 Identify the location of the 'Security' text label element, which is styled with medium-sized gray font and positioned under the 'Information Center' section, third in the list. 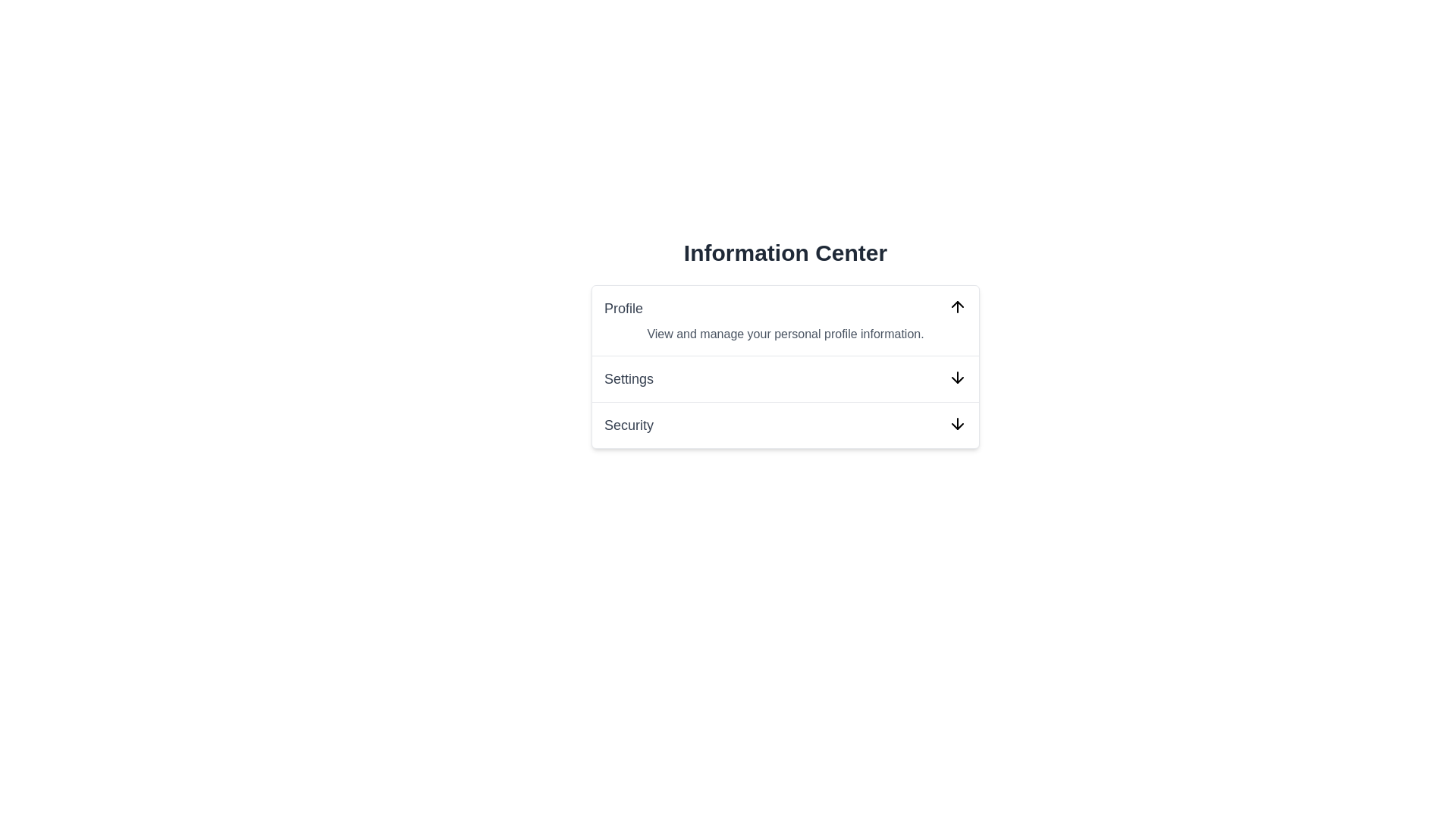
(629, 425).